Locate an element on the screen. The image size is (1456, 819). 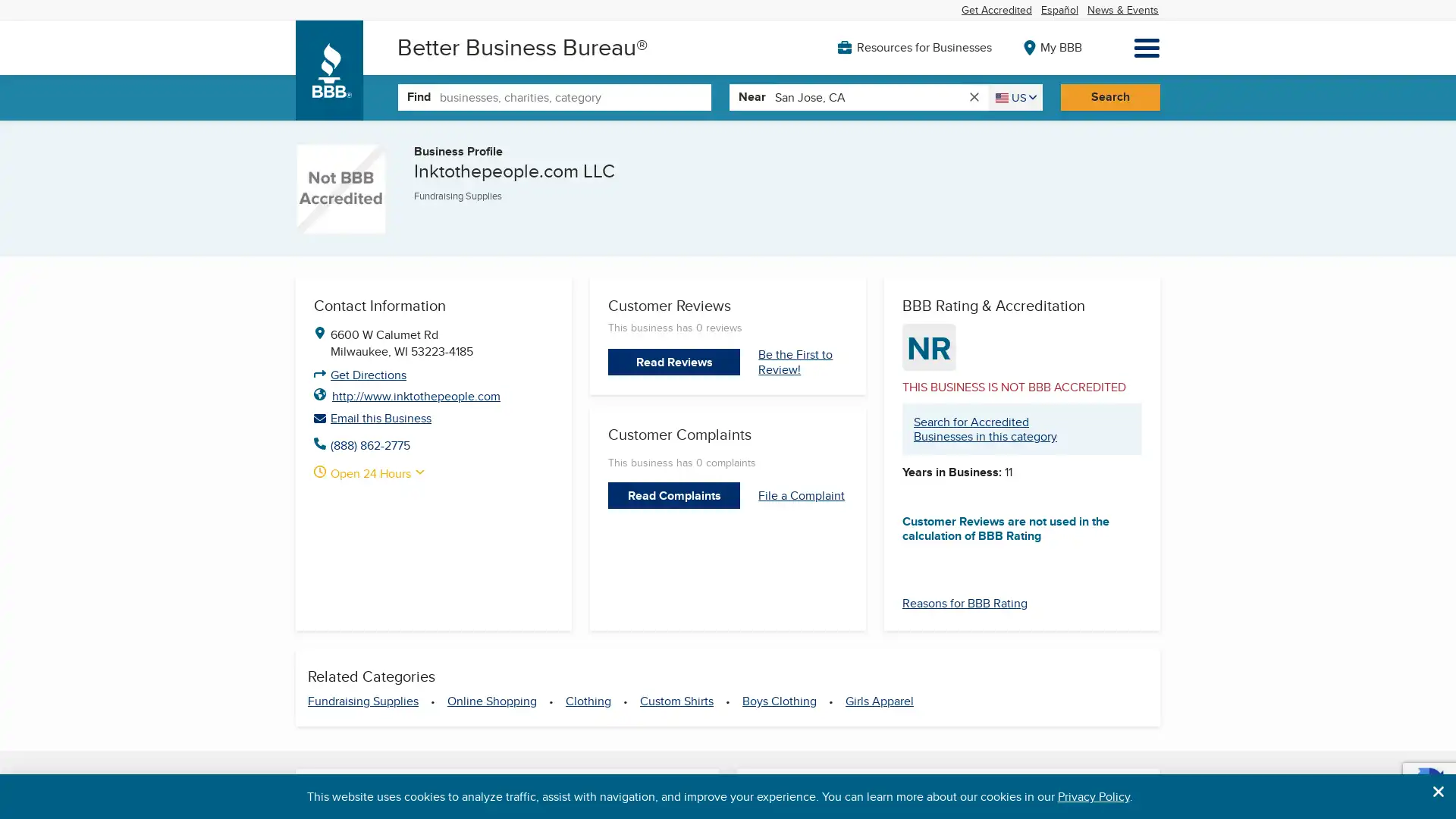
Get Directions is located at coordinates (368, 374).